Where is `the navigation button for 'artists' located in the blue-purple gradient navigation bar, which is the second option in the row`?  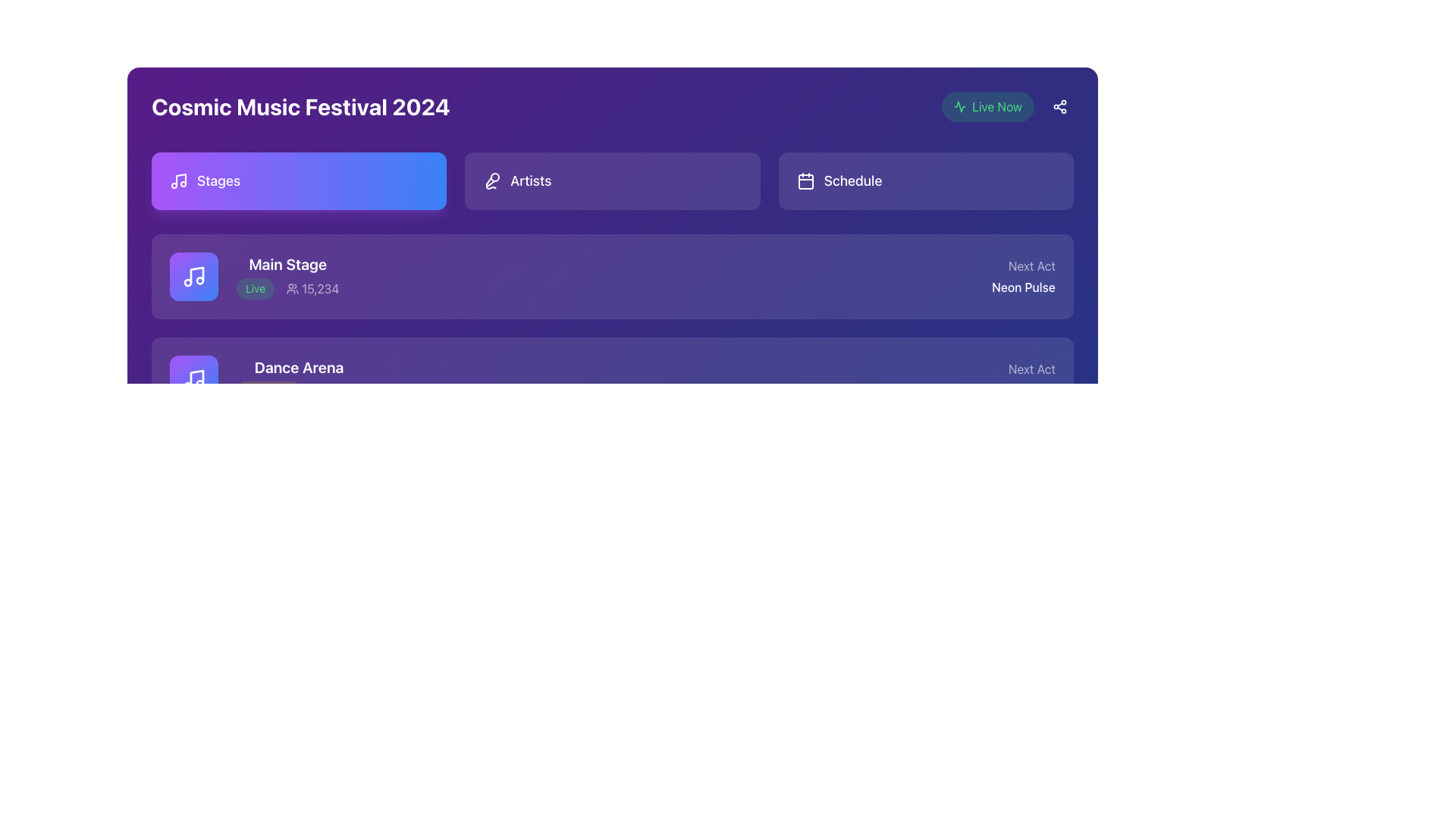
the navigation button for 'artists' located in the blue-purple gradient navigation bar, which is the second option in the row is located at coordinates (612, 180).